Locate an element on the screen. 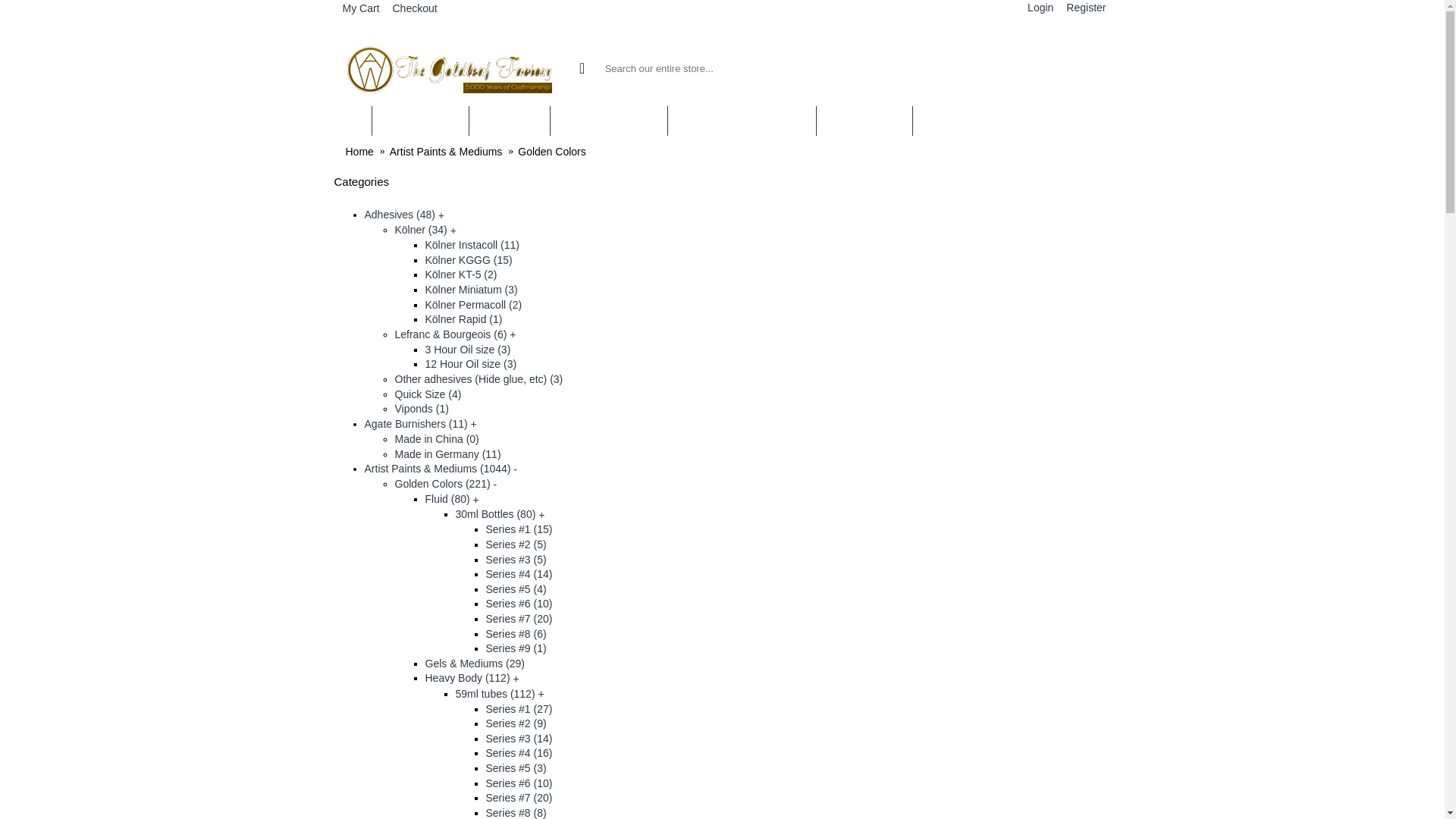 The width and height of the screenshot is (1456, 819). 'Series #1 (27)' is located at coordinates (518, 708).